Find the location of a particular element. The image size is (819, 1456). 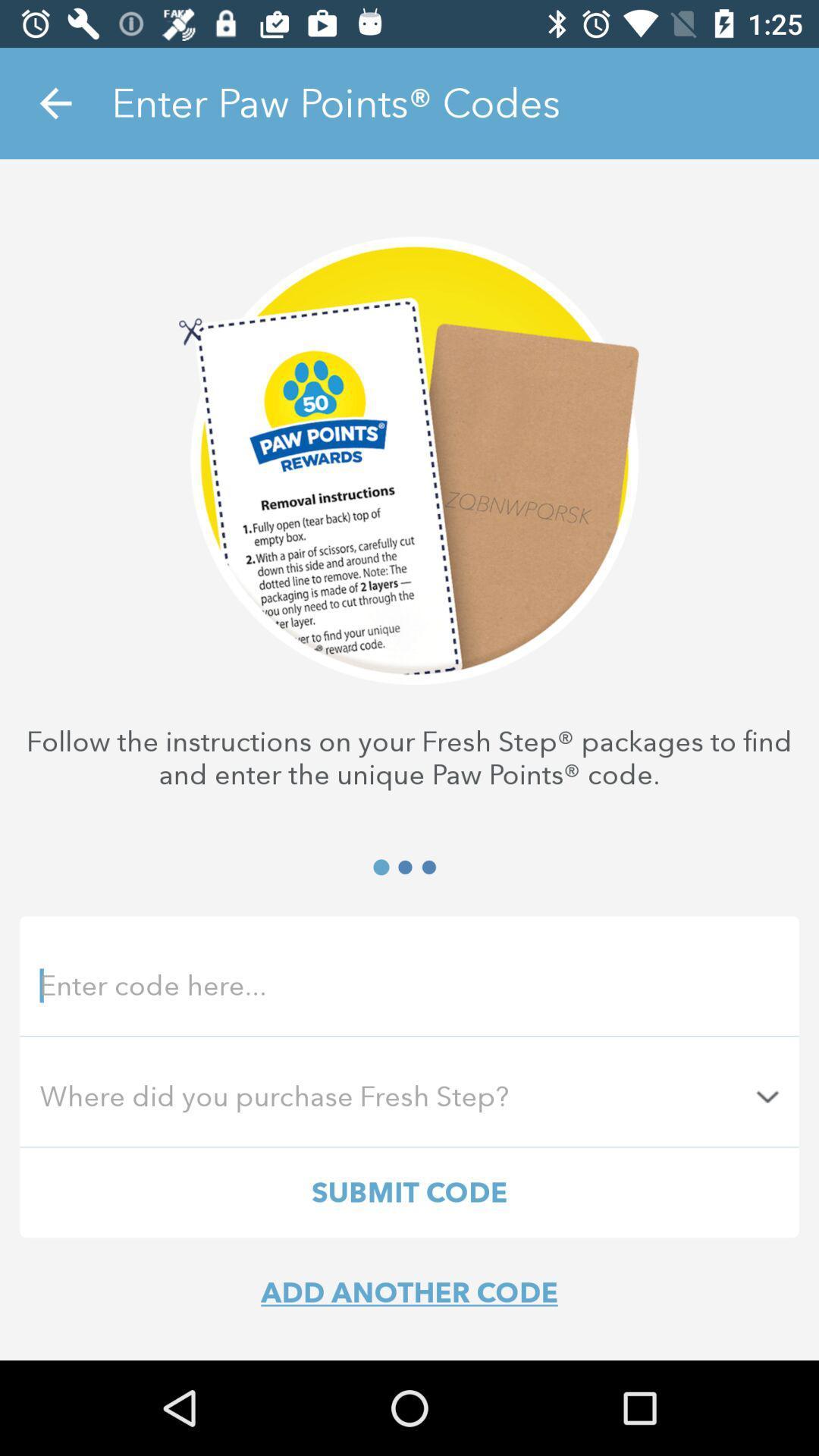

the item at the top left corner is located at coordinates (55, 102).